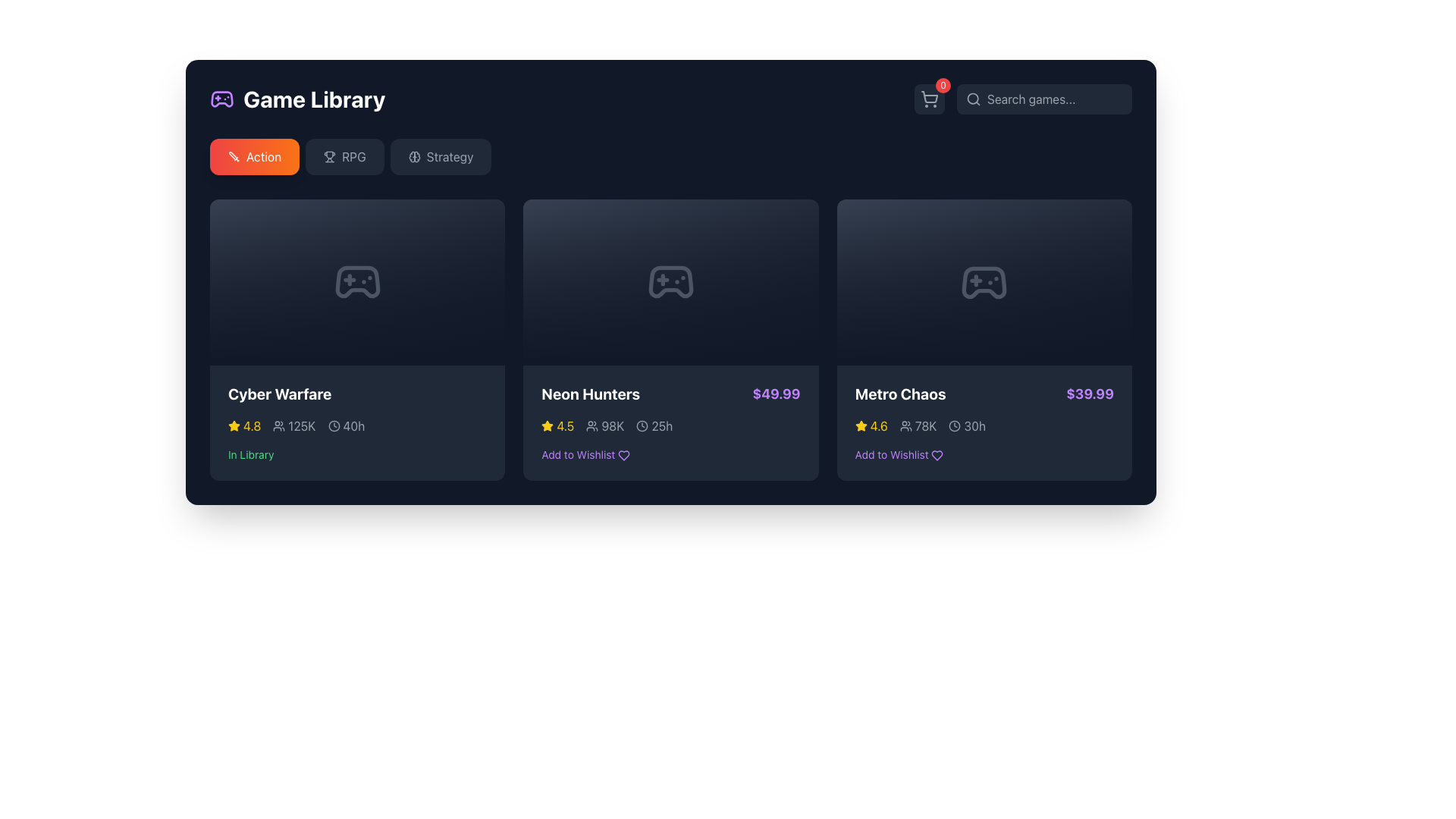  Describe the element at coordinates (302, 426) in the screenshot. I see `text label displaying '125K' which is in light gray font against a dark background, located in the information section of the first game card` at that location.